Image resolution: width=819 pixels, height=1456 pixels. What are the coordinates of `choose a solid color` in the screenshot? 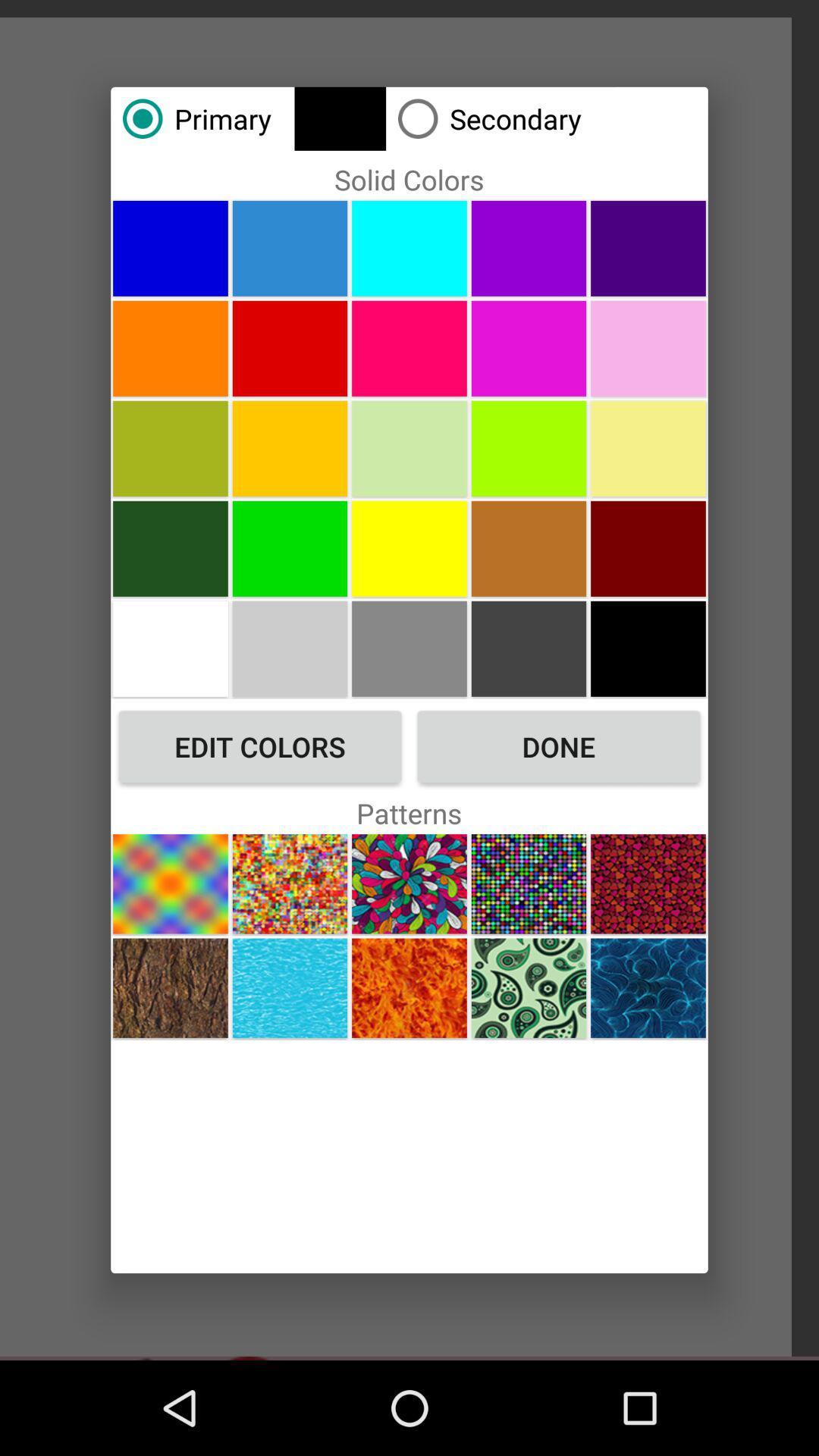 It's located at (528, 548).